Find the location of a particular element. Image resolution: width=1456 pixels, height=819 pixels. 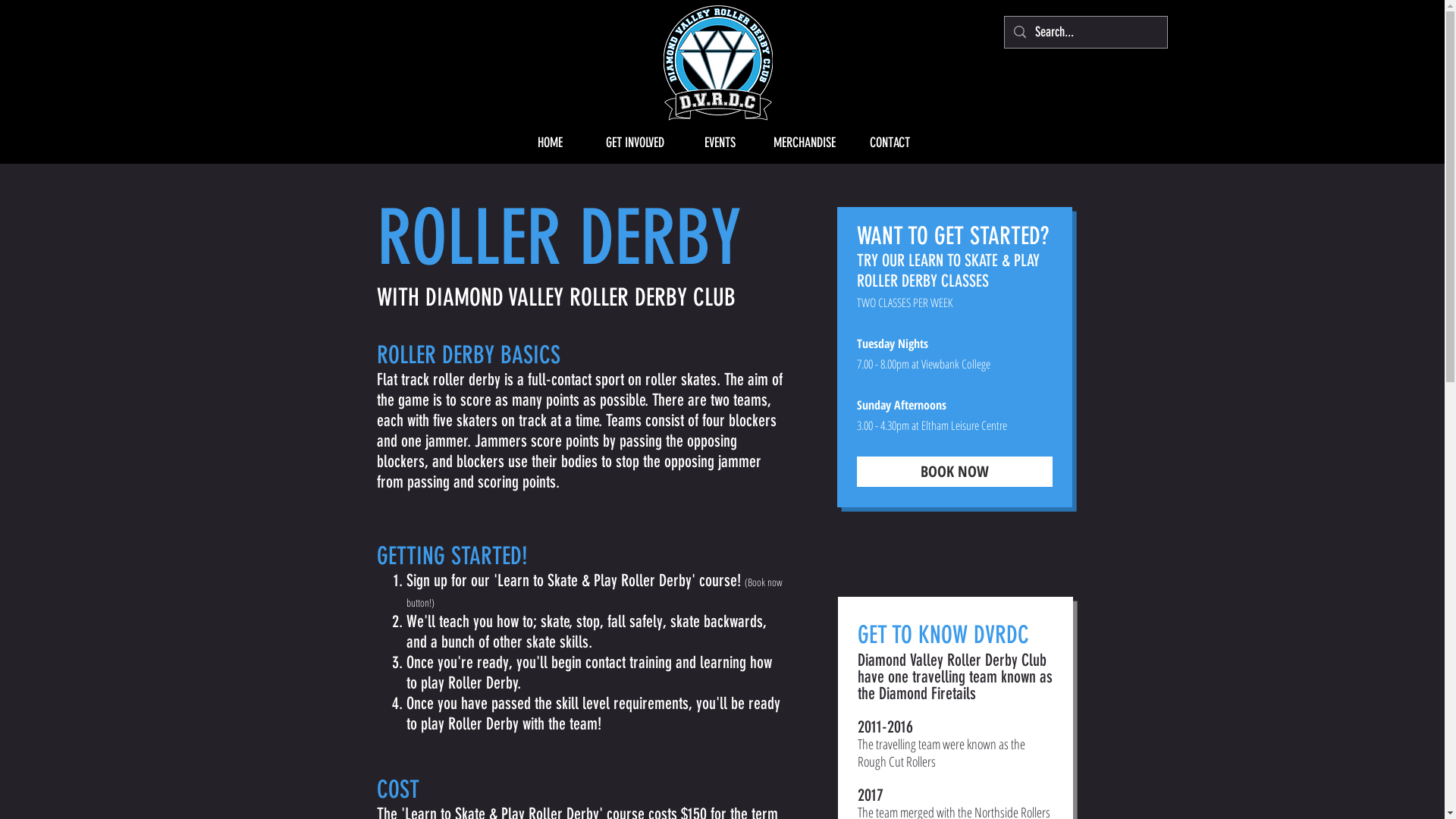

'HOME' is located at coordinates (507, 143).